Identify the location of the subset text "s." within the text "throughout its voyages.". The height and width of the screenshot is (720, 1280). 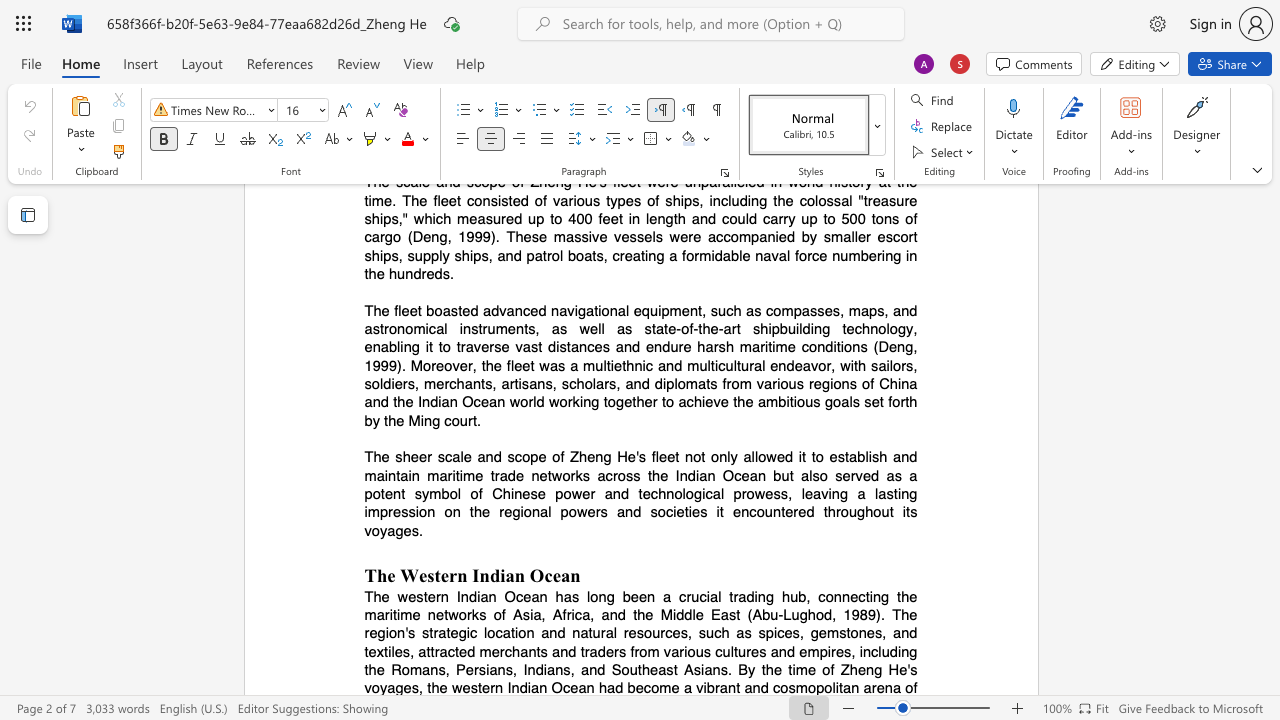
(410, 529).